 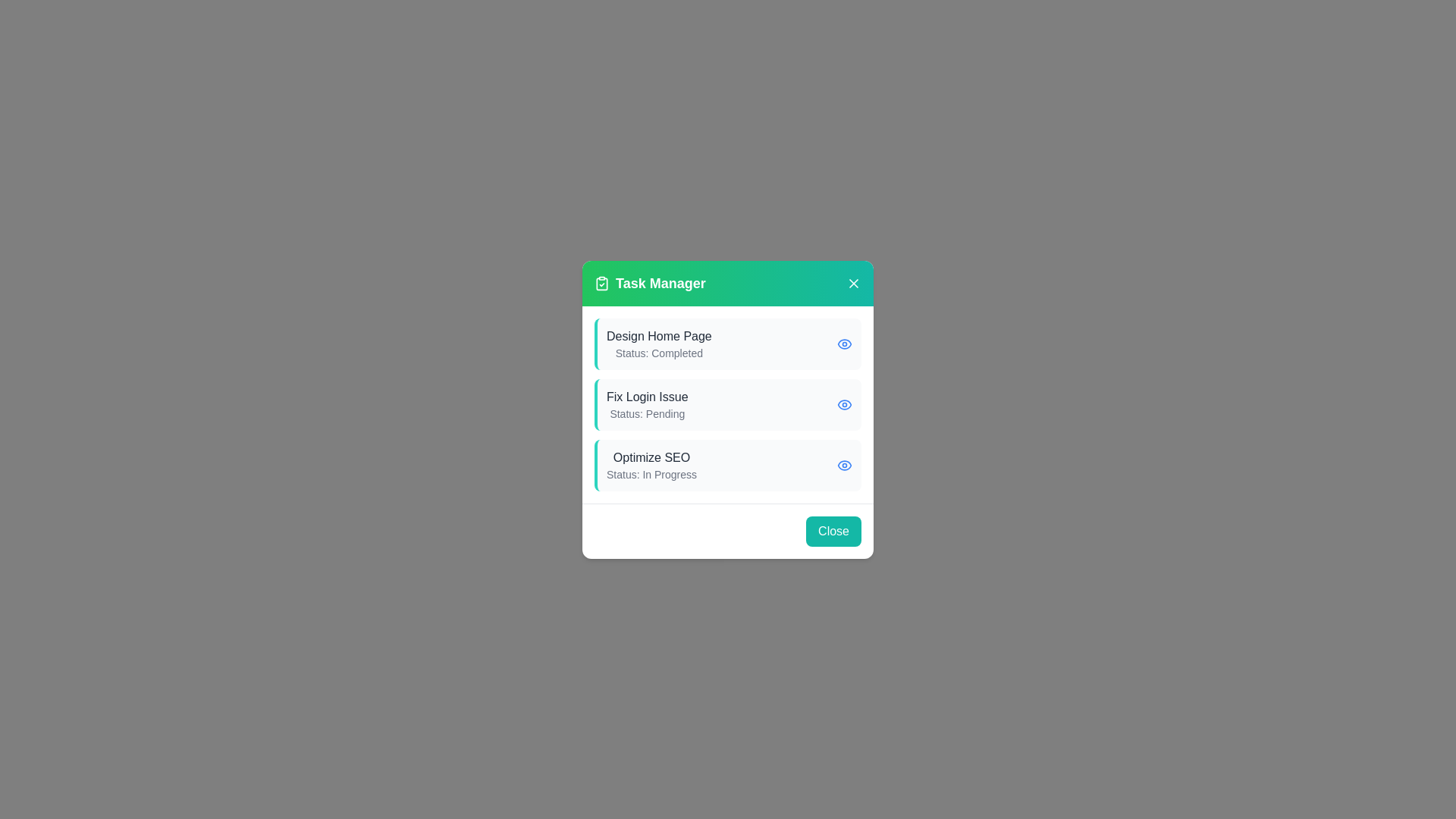 I want to click on the text-based heading with an accompanying icon located at the top-left corner of the green header bar in the task management modal window, so click(x=650, y=283).